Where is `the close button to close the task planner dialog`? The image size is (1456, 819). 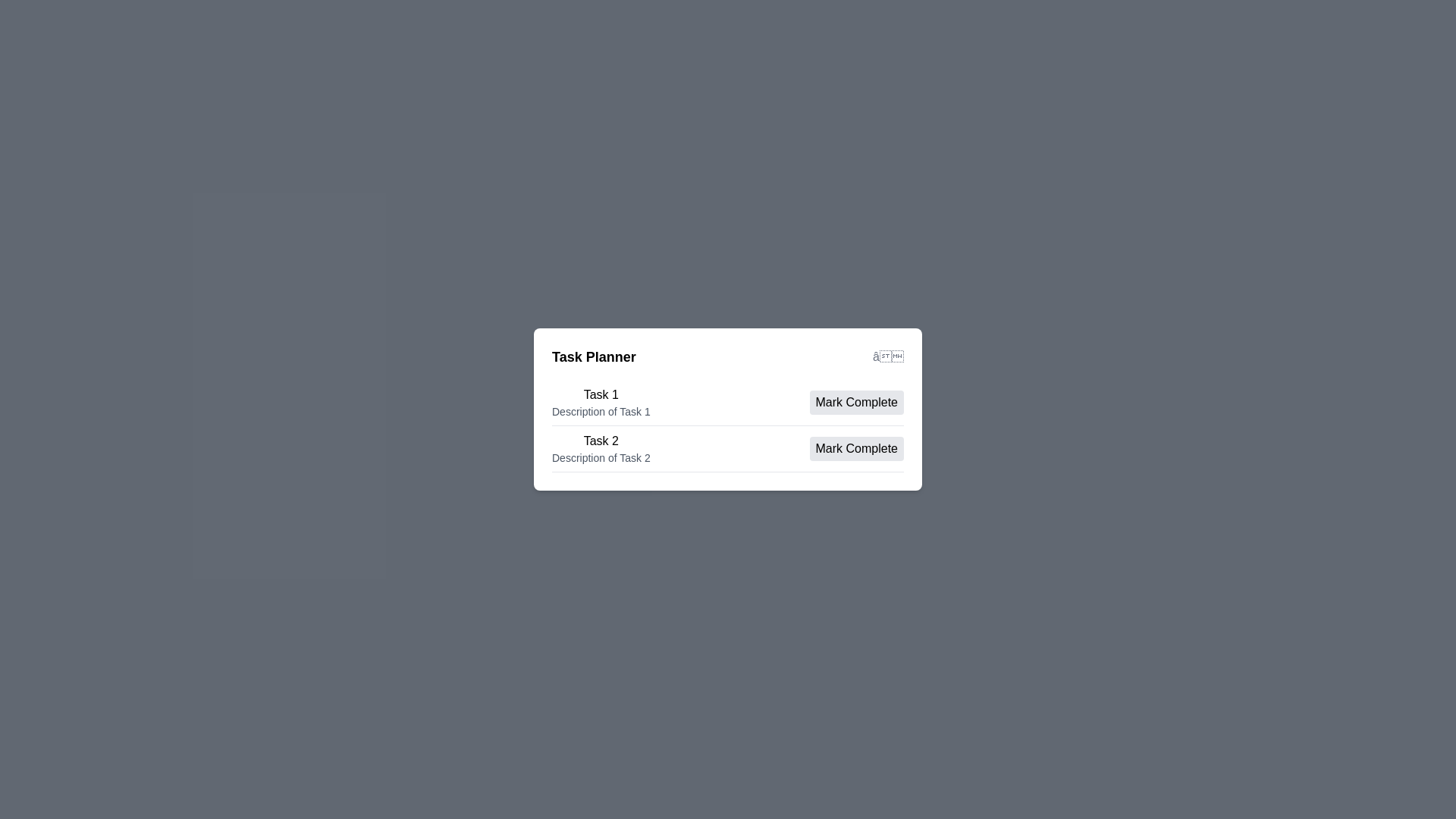
the close button to close the task planner dialog is located at coordinates (888, 356).